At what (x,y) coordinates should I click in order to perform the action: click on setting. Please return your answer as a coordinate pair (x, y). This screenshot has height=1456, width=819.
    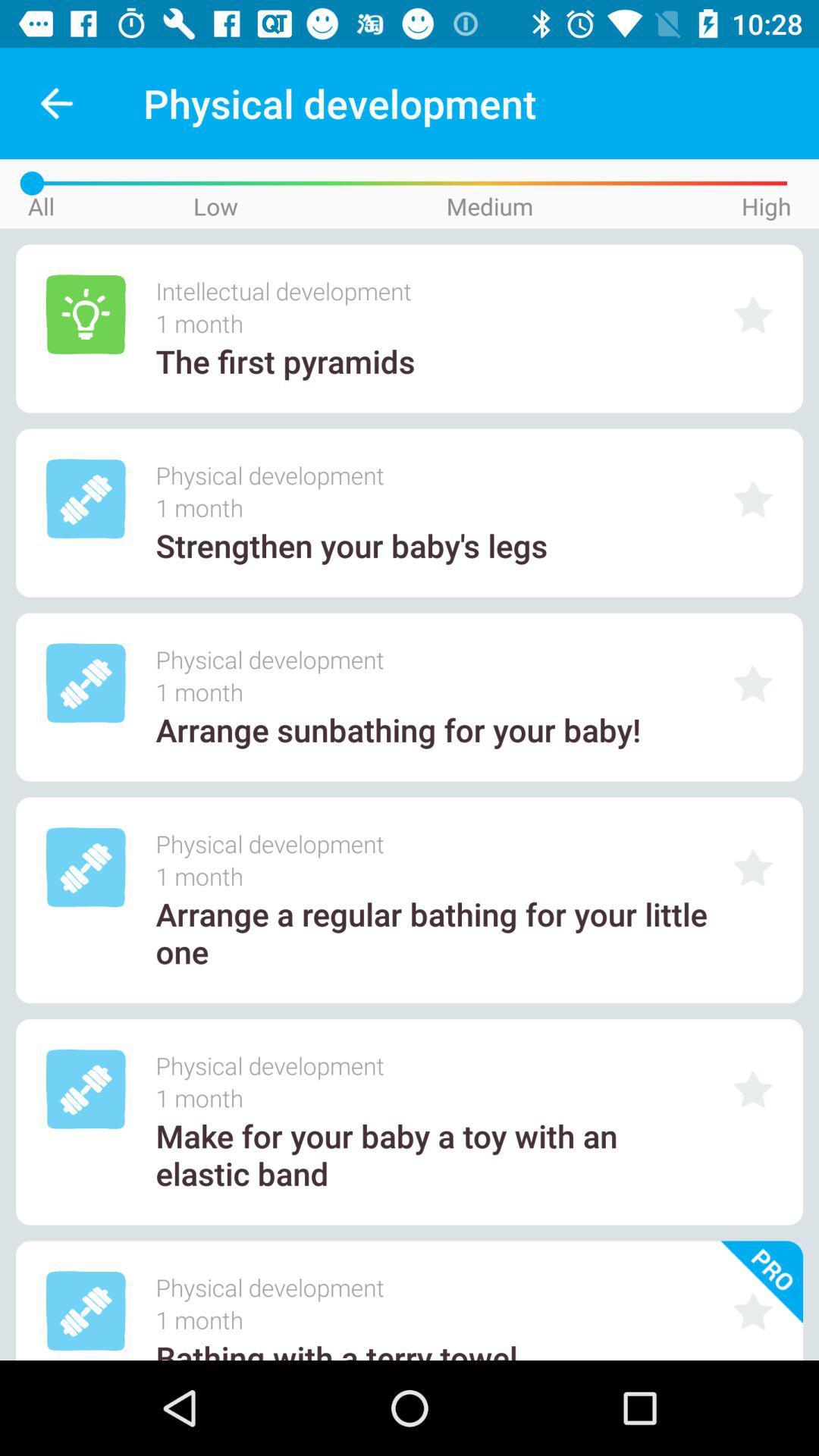
    Looking at the image, I should click on (753, 1088).